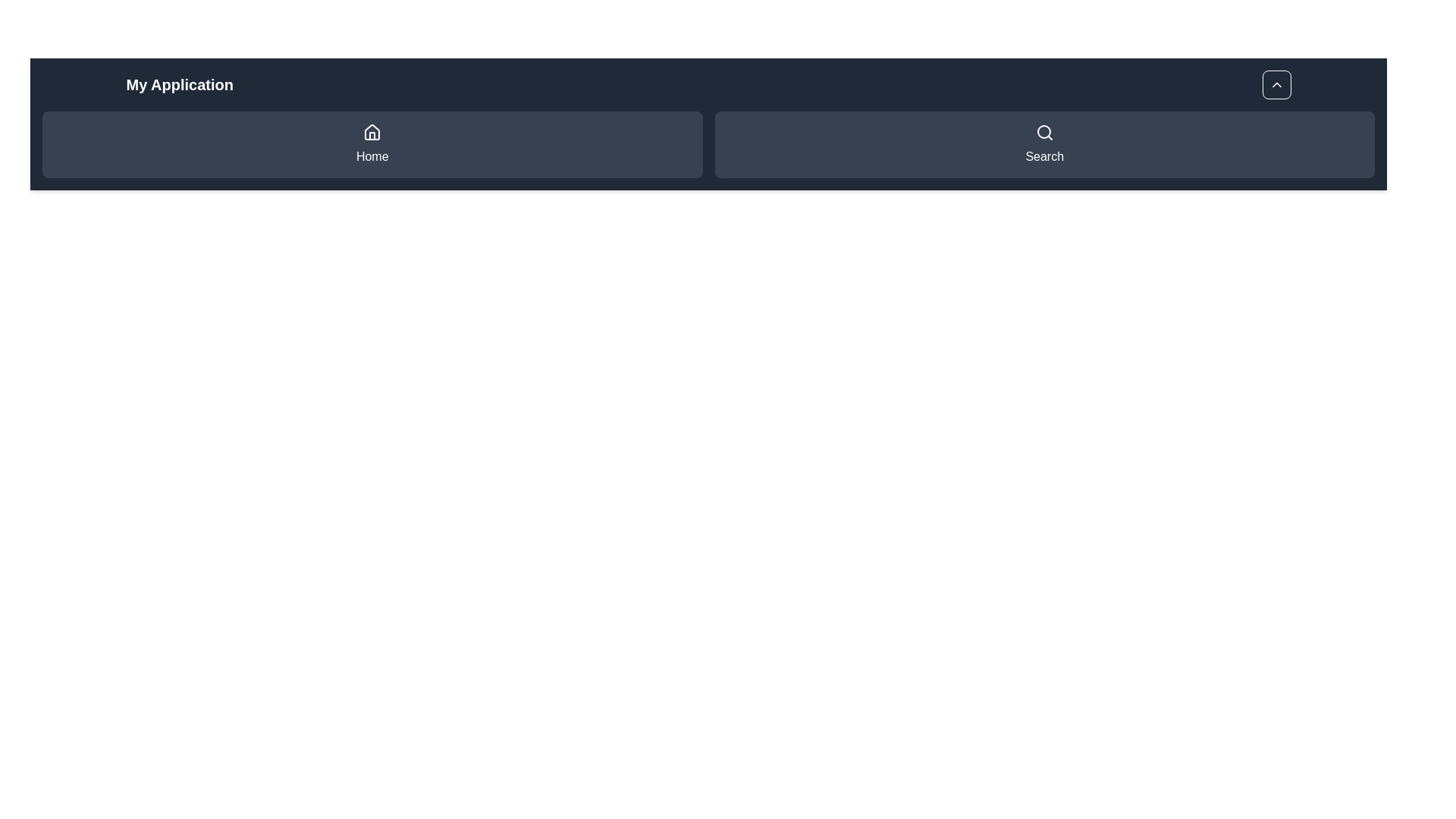 Image resolution: width=1456 pixels, height=819 pixels. I want to click on the navigation button located on the left side of the layout, which is the first item in its row, so click(372, 145).